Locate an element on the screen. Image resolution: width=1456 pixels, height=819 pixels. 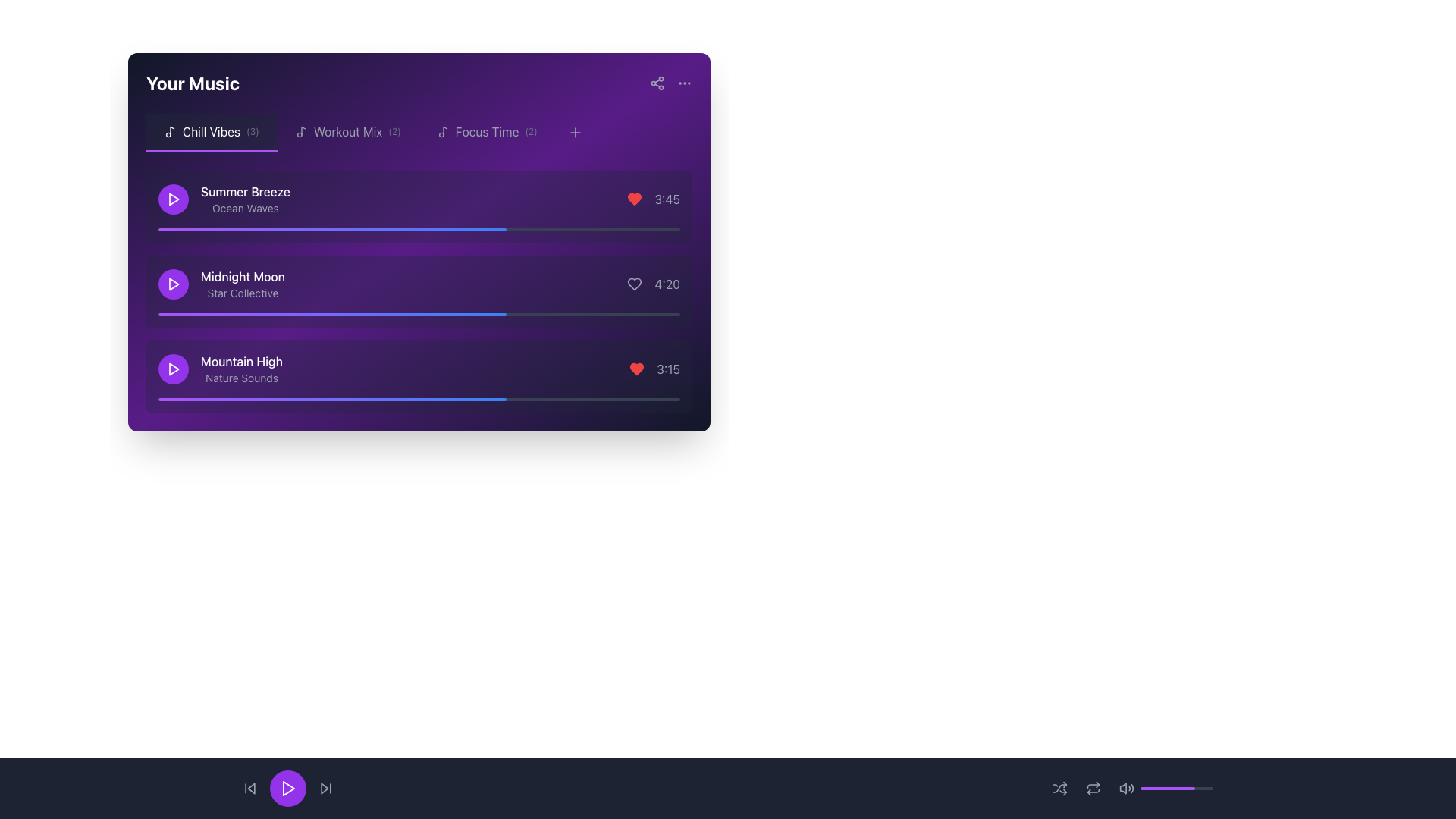
the Button or Trigger Icon located at the top-right corner of the card titled 'Your Music' is located at coordinates (683, 83).